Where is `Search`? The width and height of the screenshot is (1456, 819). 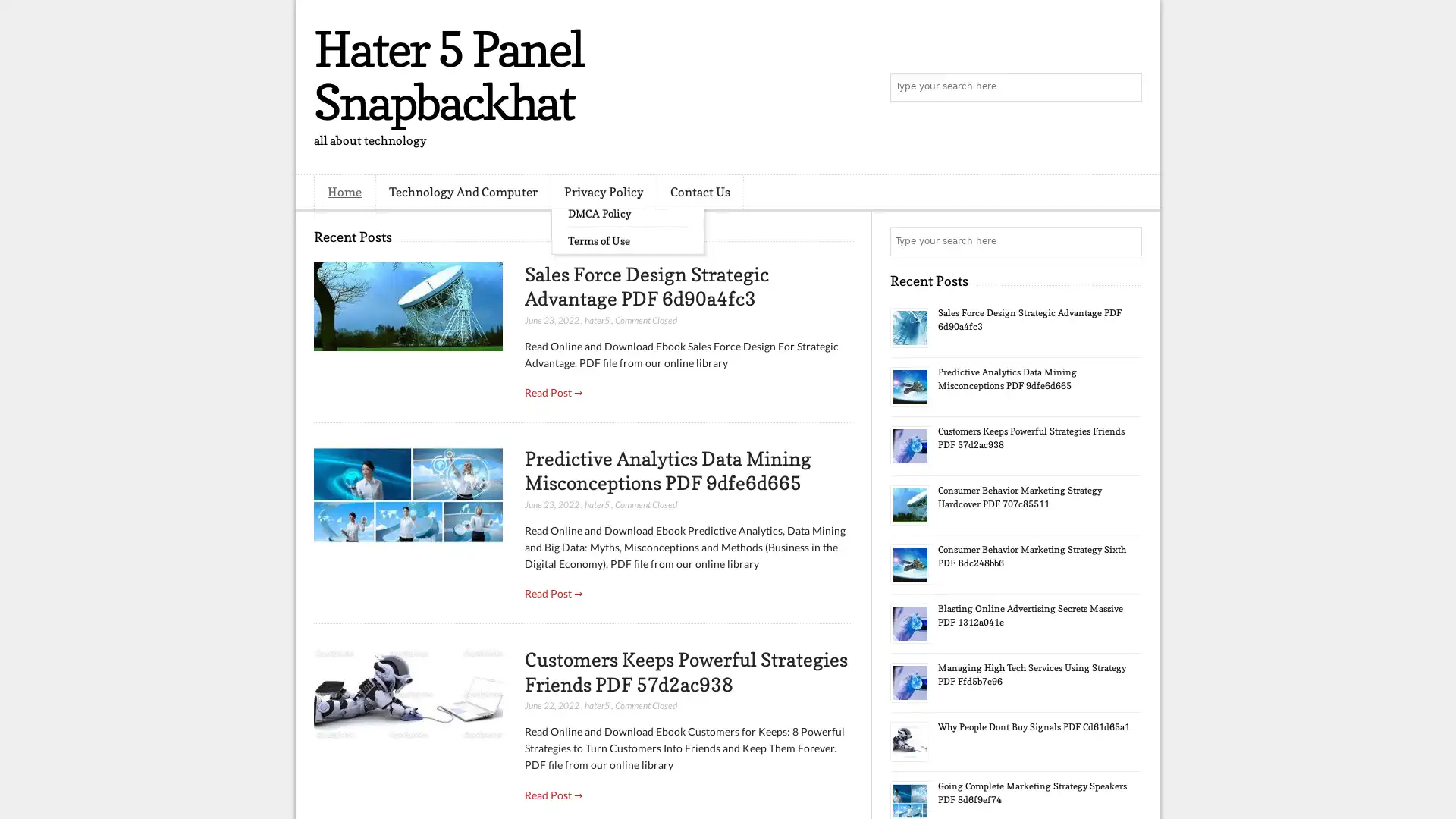 Search is located at coordinates (1126, 241).